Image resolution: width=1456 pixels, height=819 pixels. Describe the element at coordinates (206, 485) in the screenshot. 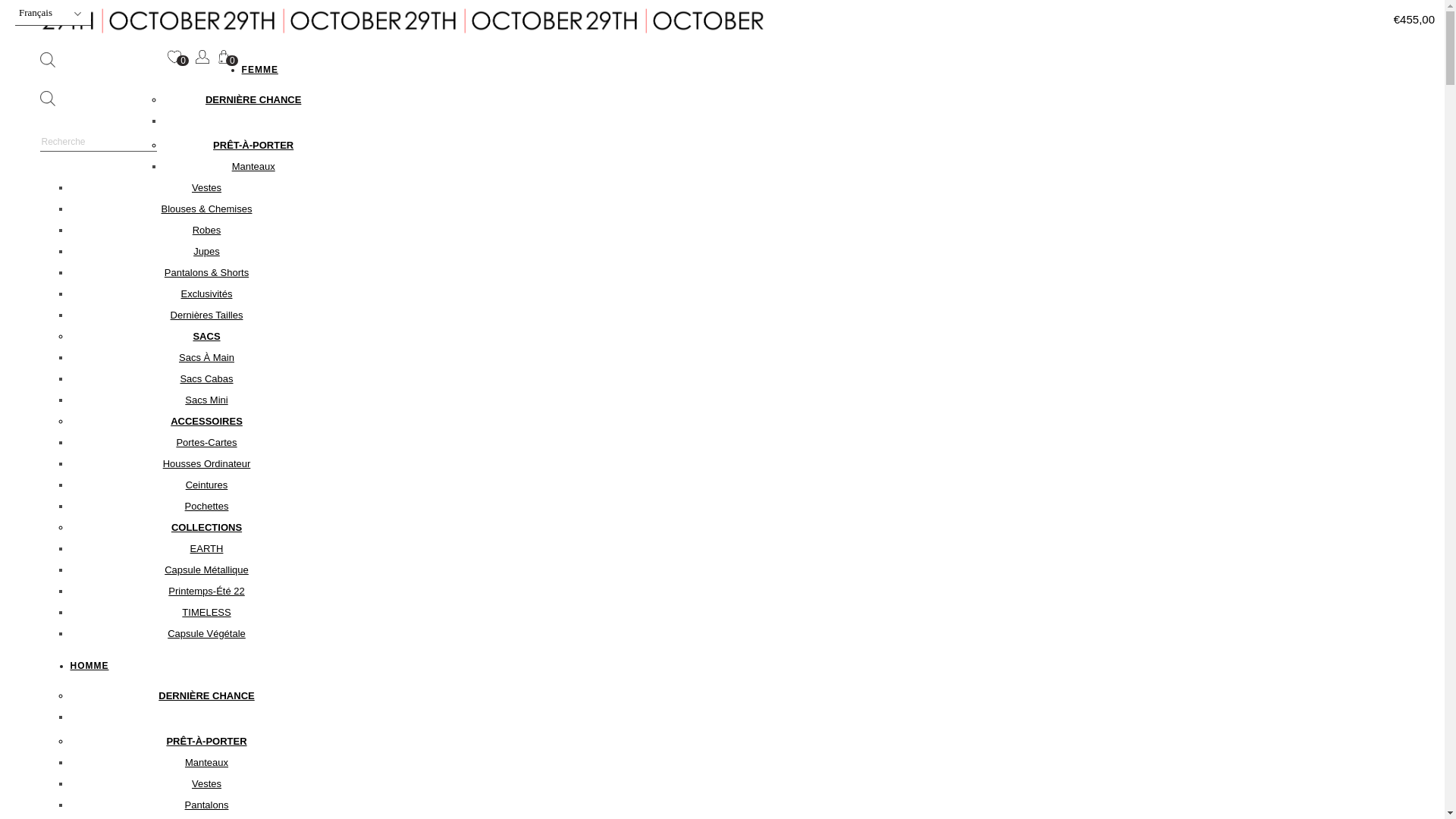

I see `'Ceintures'` at that location.